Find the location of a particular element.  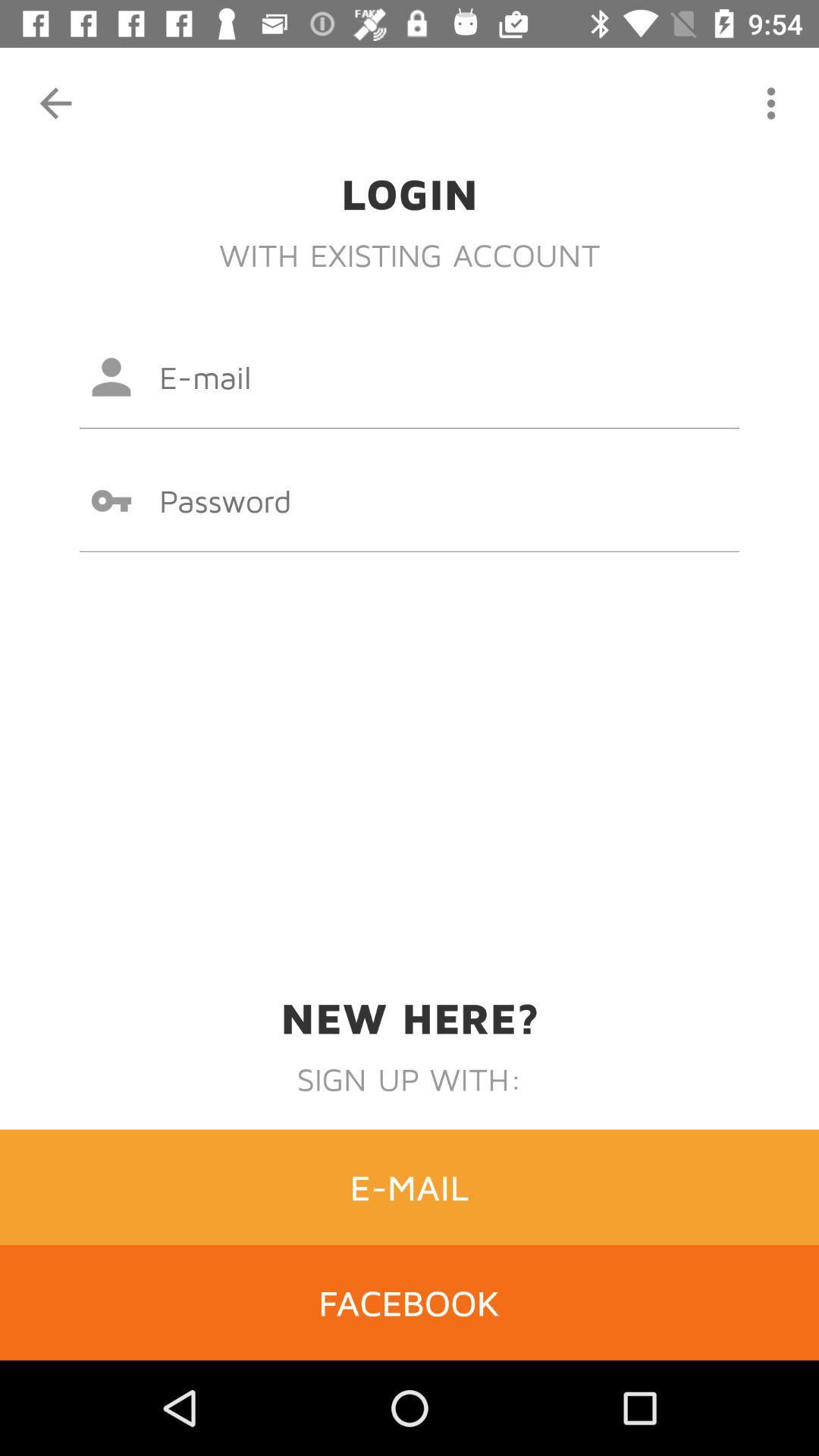

the e-mail icon is located at coordinates (409, 1186).